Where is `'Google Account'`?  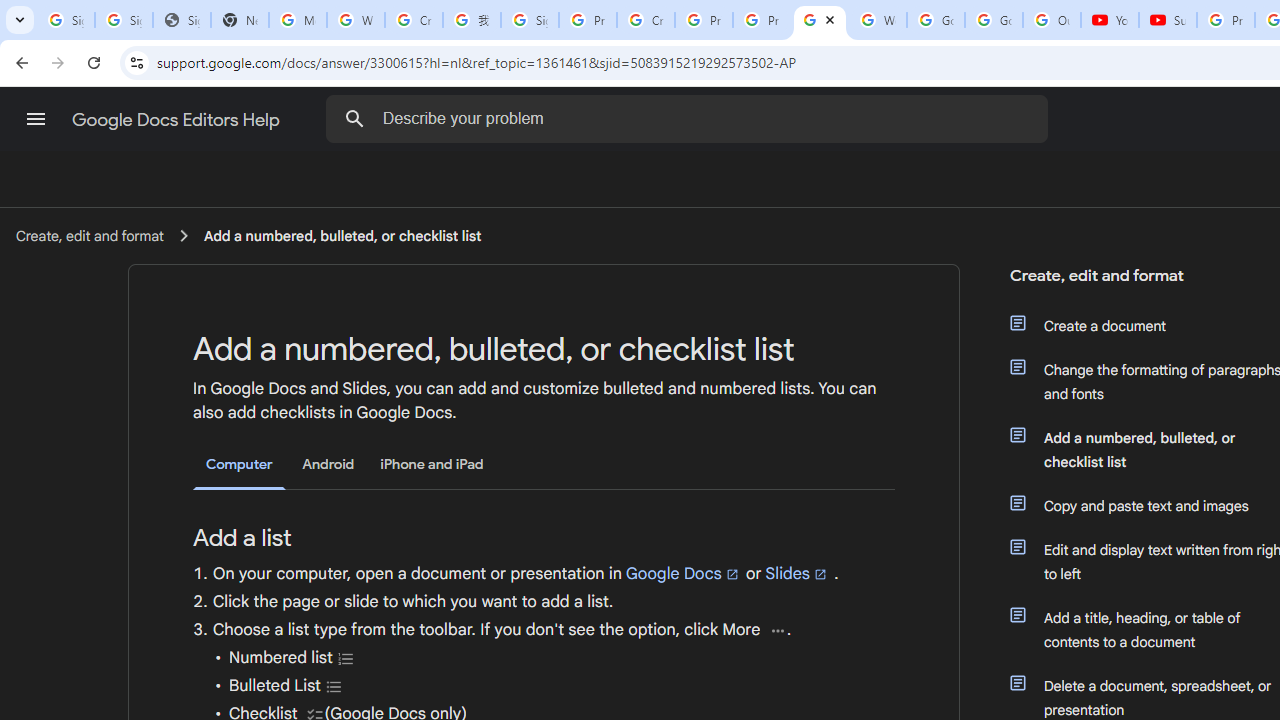
'Google Account' is located at coordinates (993, 20).